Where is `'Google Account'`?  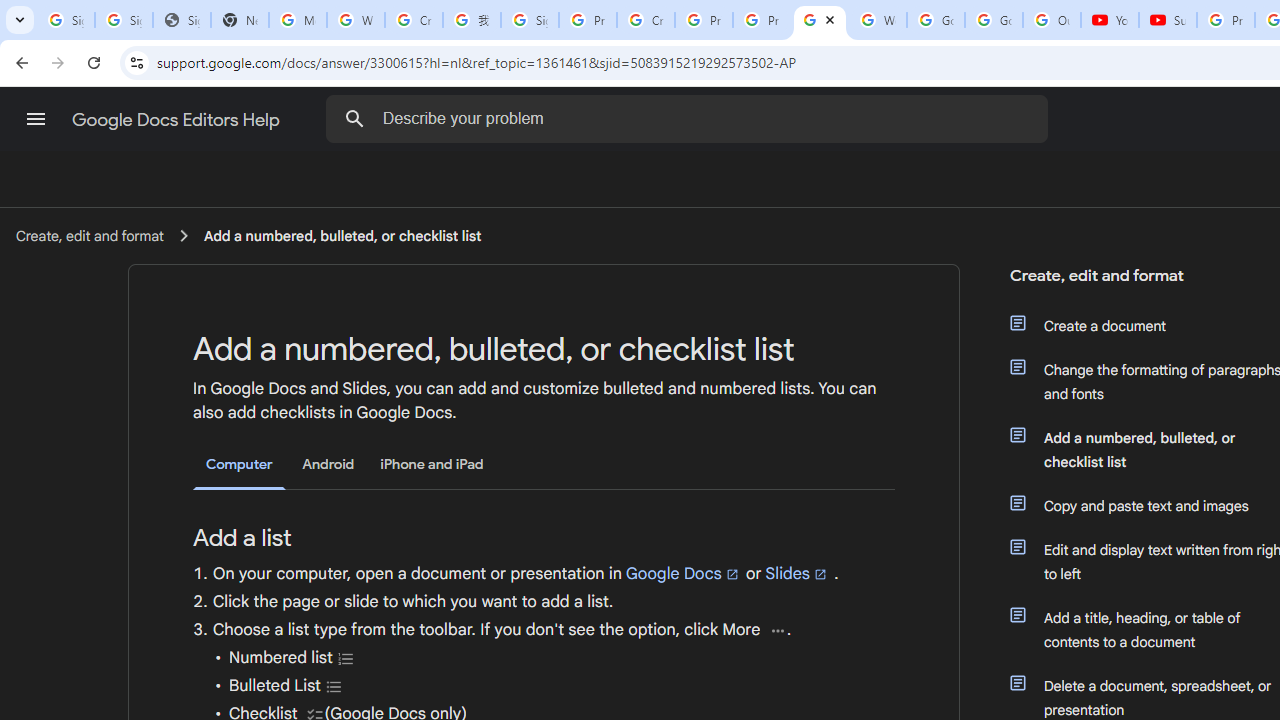
'Google Account' is located at coordinates (993, 20).